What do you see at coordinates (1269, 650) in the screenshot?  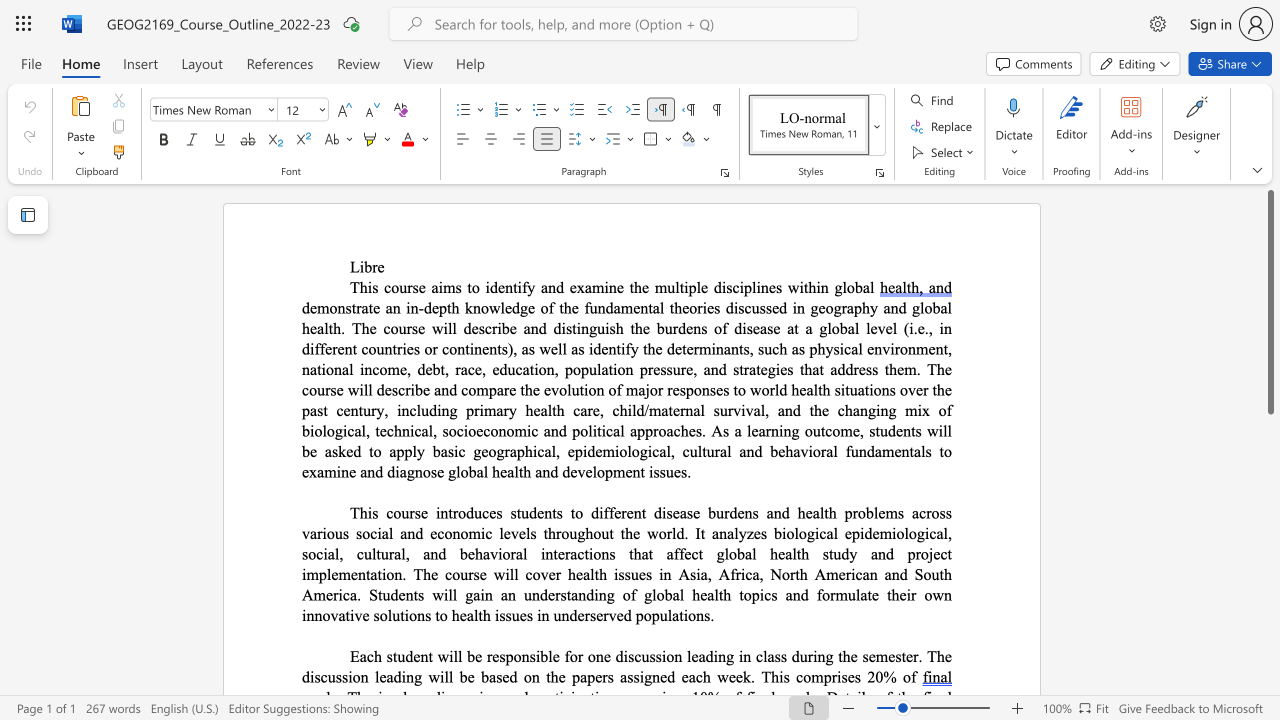 I see `the vertical scrollbar to lower the page content` at bounding box center [1269, 650].